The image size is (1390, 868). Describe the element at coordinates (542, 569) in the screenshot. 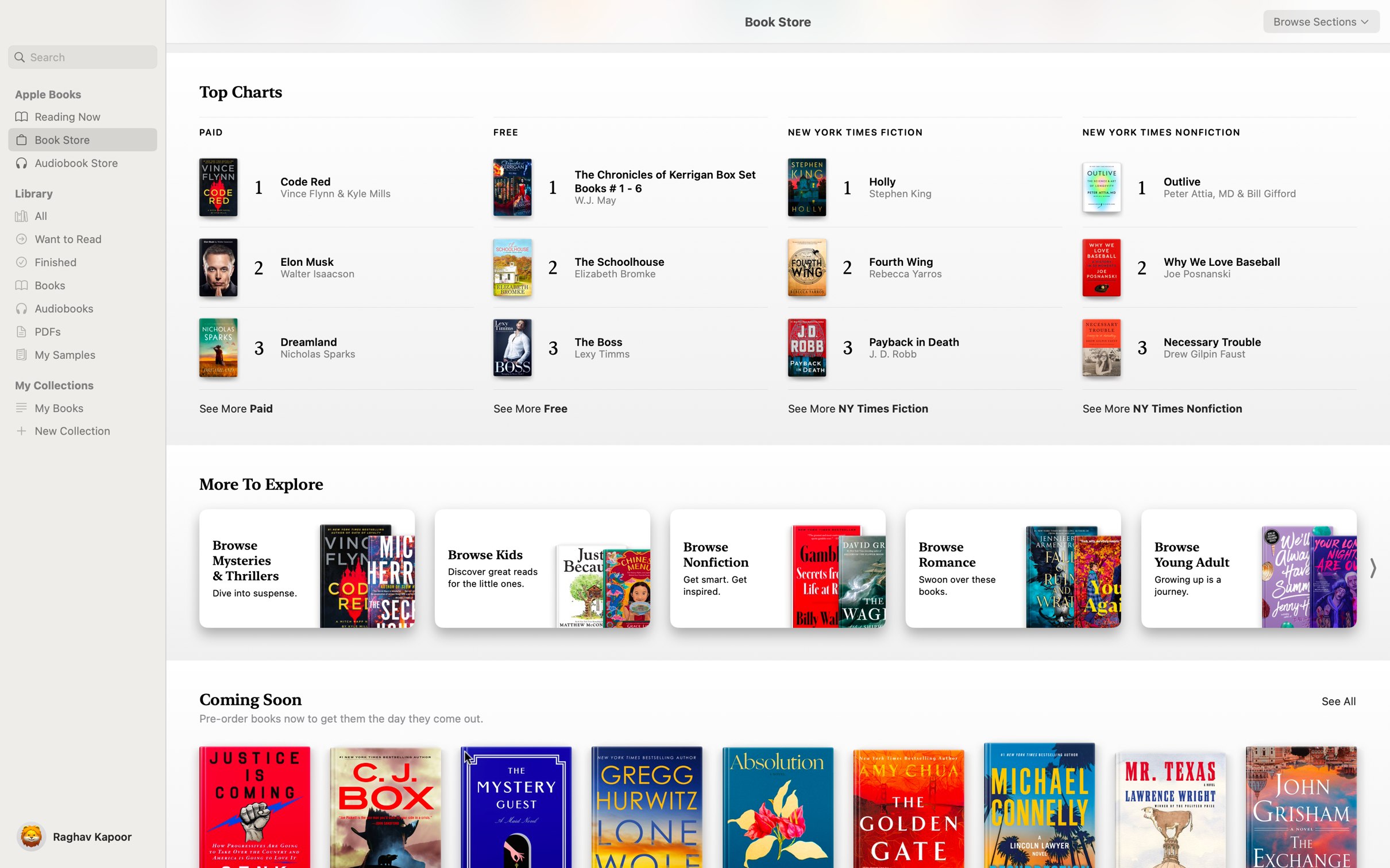

I see `"More to Explore" section and select Kids books` at that location.